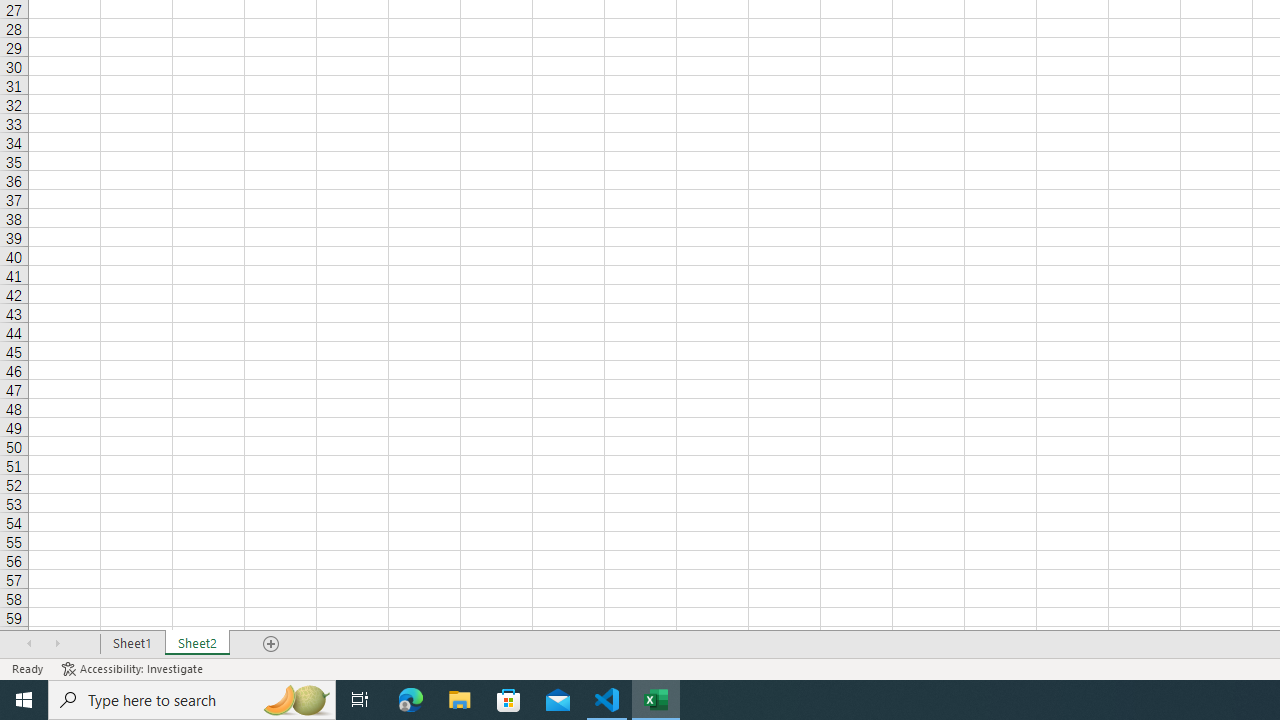 This screenshot has width=1280, height=720. What do you see at coordinates (131, 644) in the screenshot?
I see `'Sheet1'` at bounding box center [131, 644].